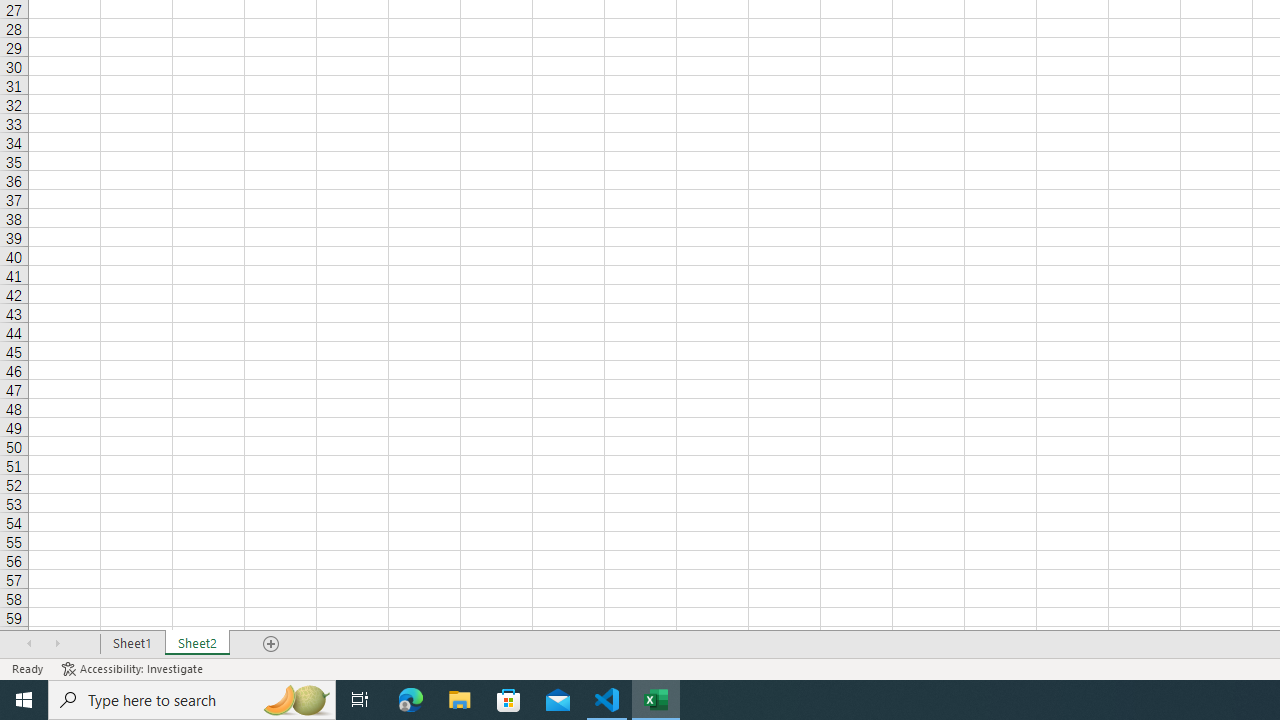 This screenshot has width=1280, height=720. What do you see at coordinates (131, 644) in the screenshot?
I see `'Sheet1'` at bounding box center [131, 644].